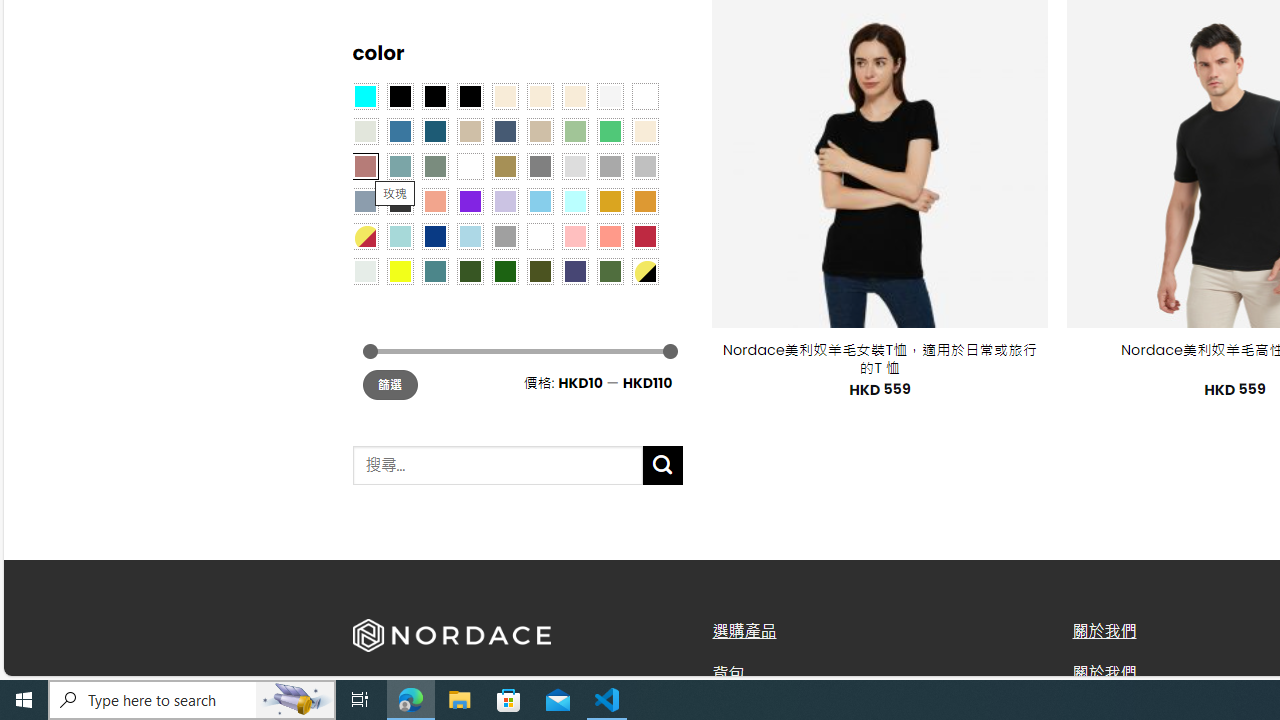 Image resolution: width=1280 pixels, height=720 pixels. Describe the element at coordinates (573, 95) in the screenshot. I see `'Cream'` at that location.